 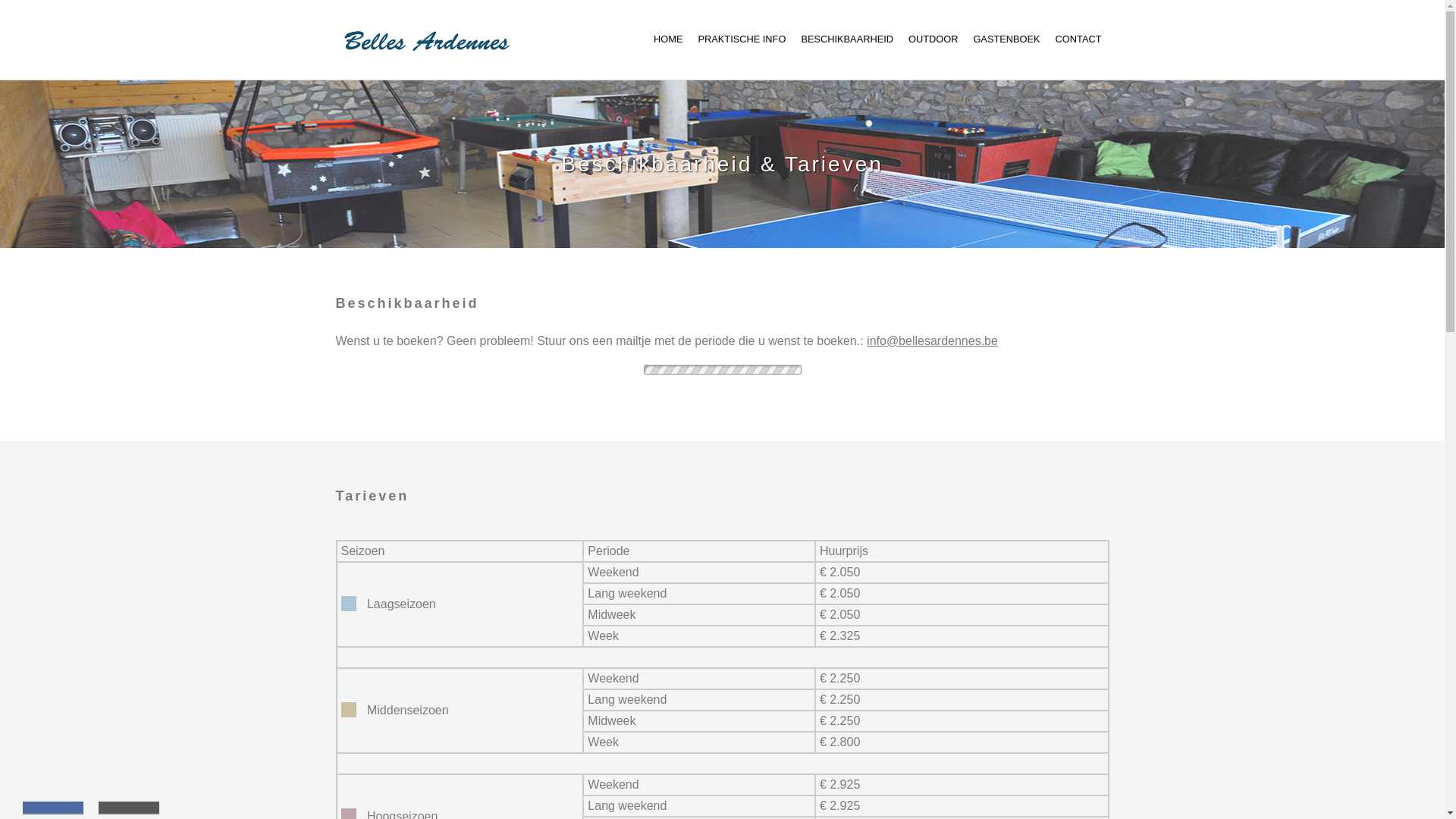 I want to click on 'OUTDOOR', so click(x=932, y=38).